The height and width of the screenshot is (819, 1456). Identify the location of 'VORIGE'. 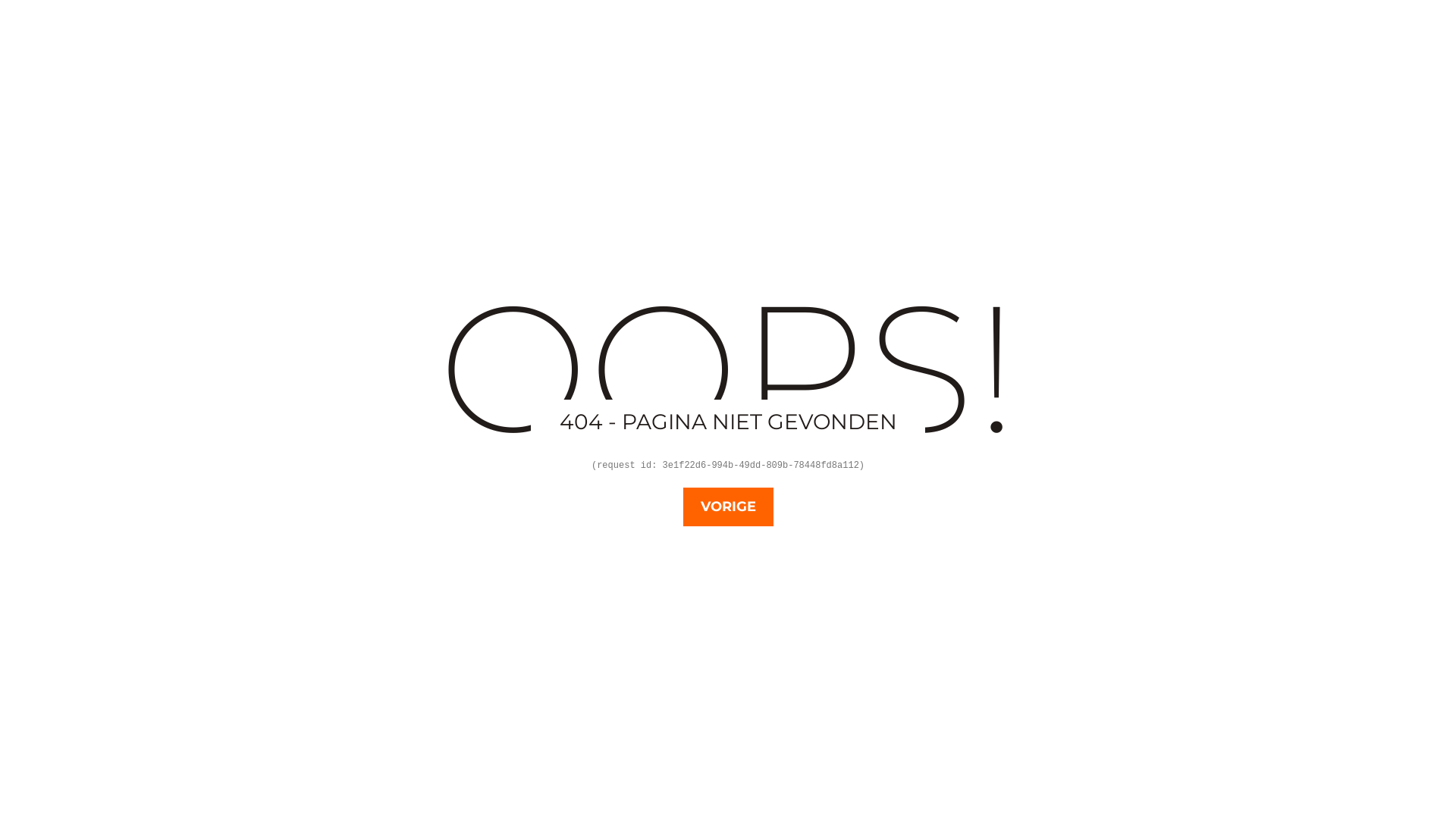
(726, 507).